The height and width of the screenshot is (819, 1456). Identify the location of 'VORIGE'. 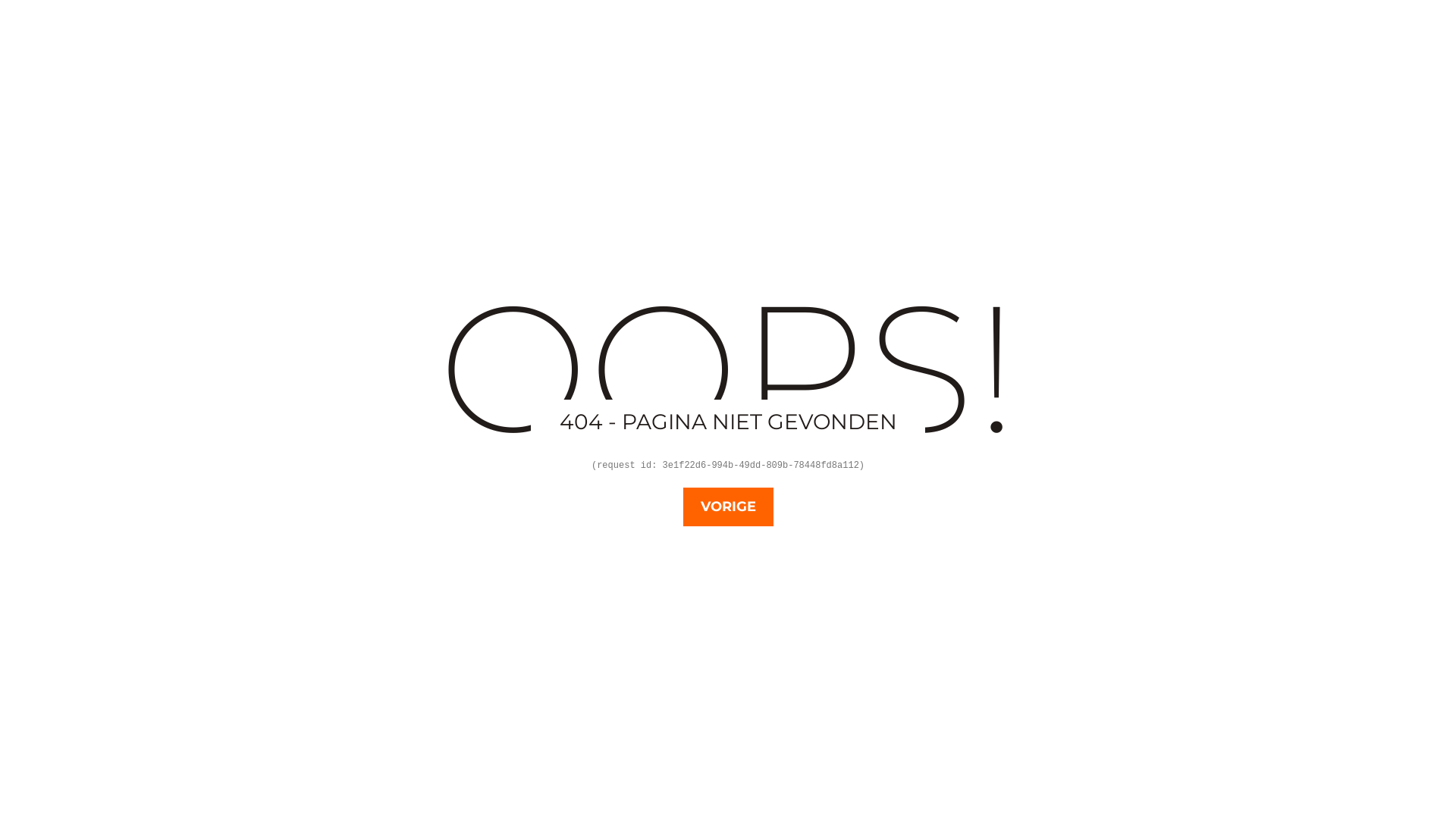
(726, 507).